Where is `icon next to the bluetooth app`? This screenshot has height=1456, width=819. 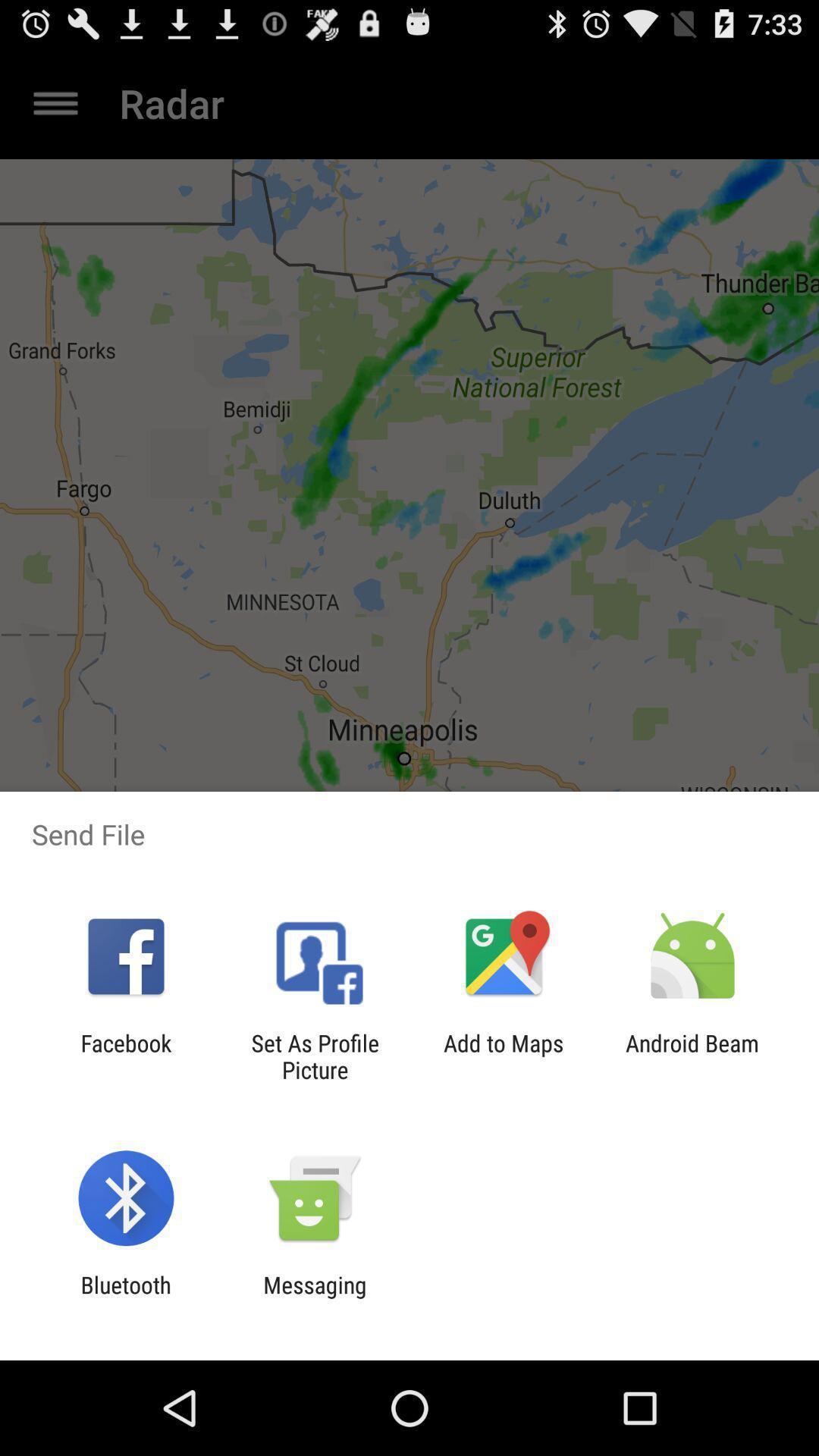
icon next to the bluetooth app is located at coordinates (314, 1298).